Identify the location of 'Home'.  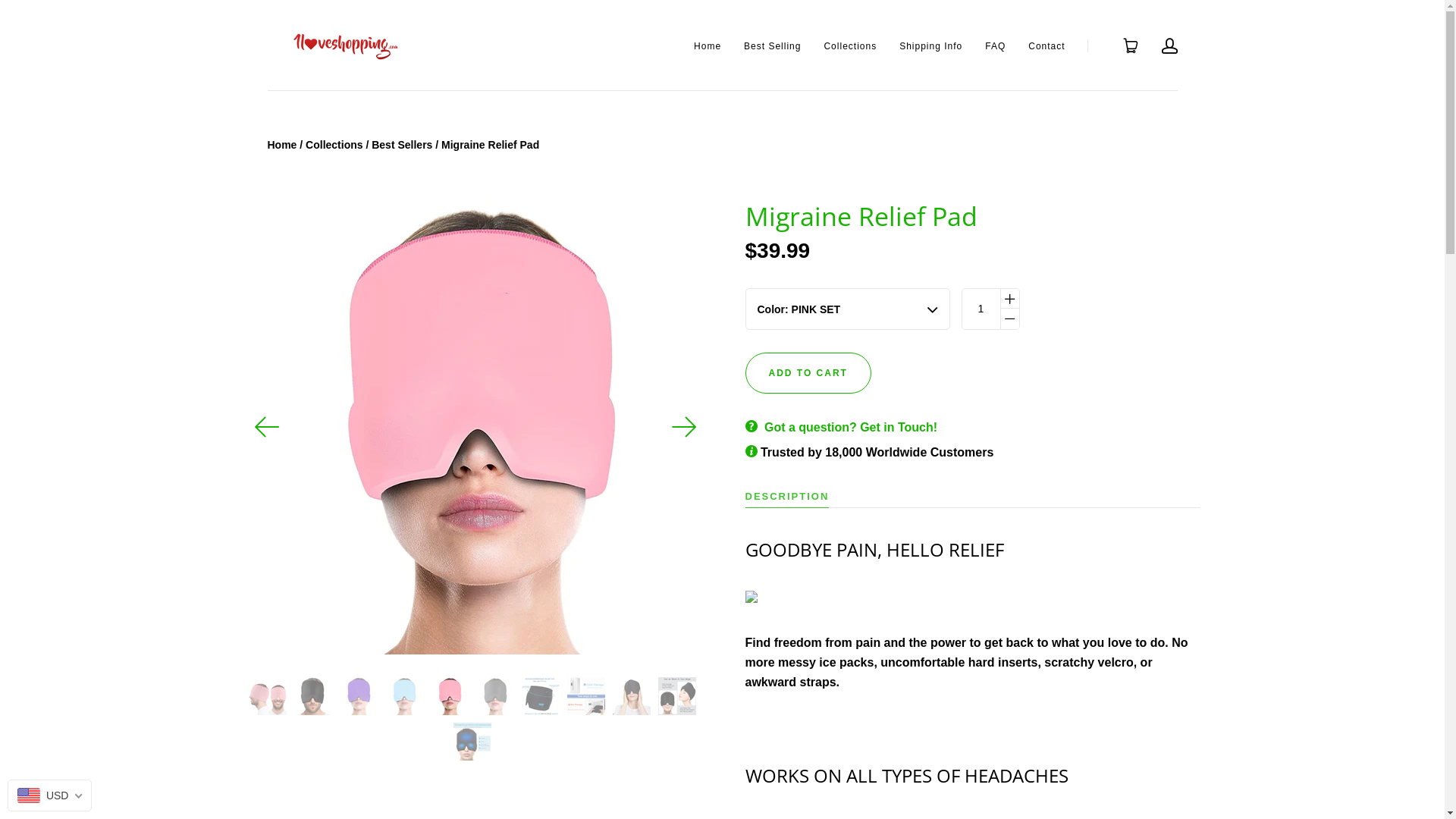
(266, 145).